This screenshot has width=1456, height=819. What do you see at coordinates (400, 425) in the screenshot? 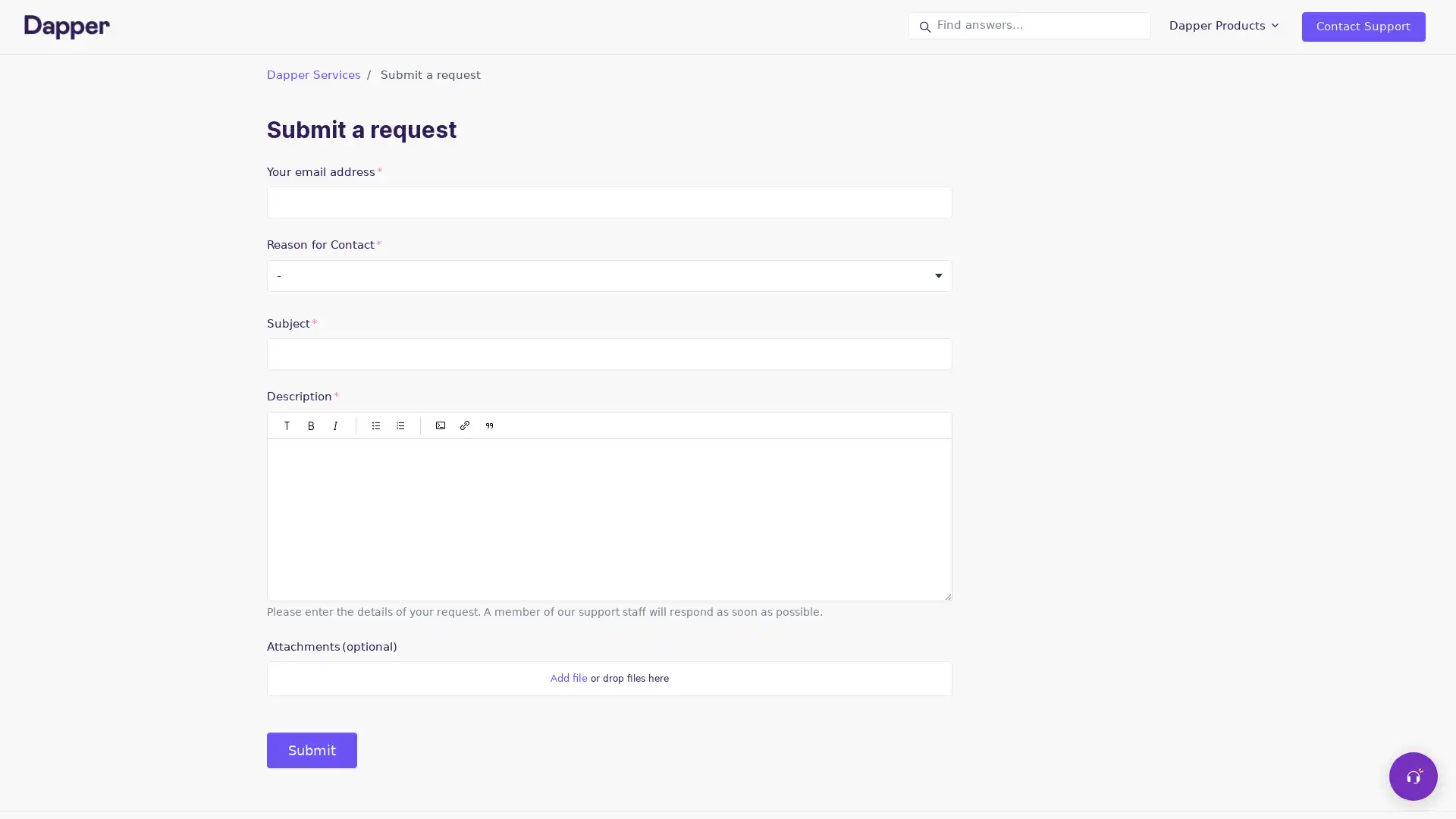
I see `Numbered list` at bounding box center [400, 425].